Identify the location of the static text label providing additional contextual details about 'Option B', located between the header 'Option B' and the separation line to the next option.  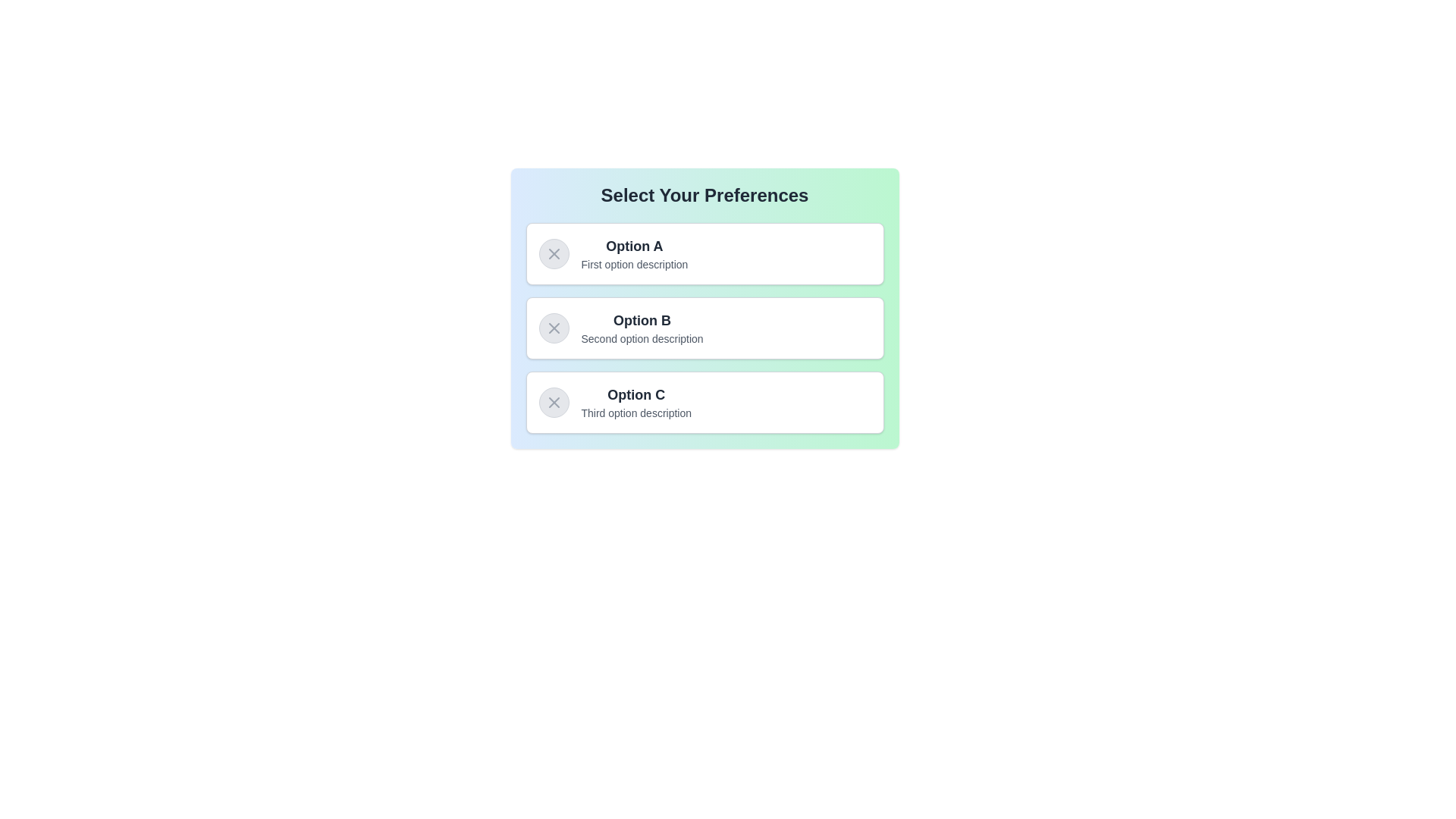
(642, 338).